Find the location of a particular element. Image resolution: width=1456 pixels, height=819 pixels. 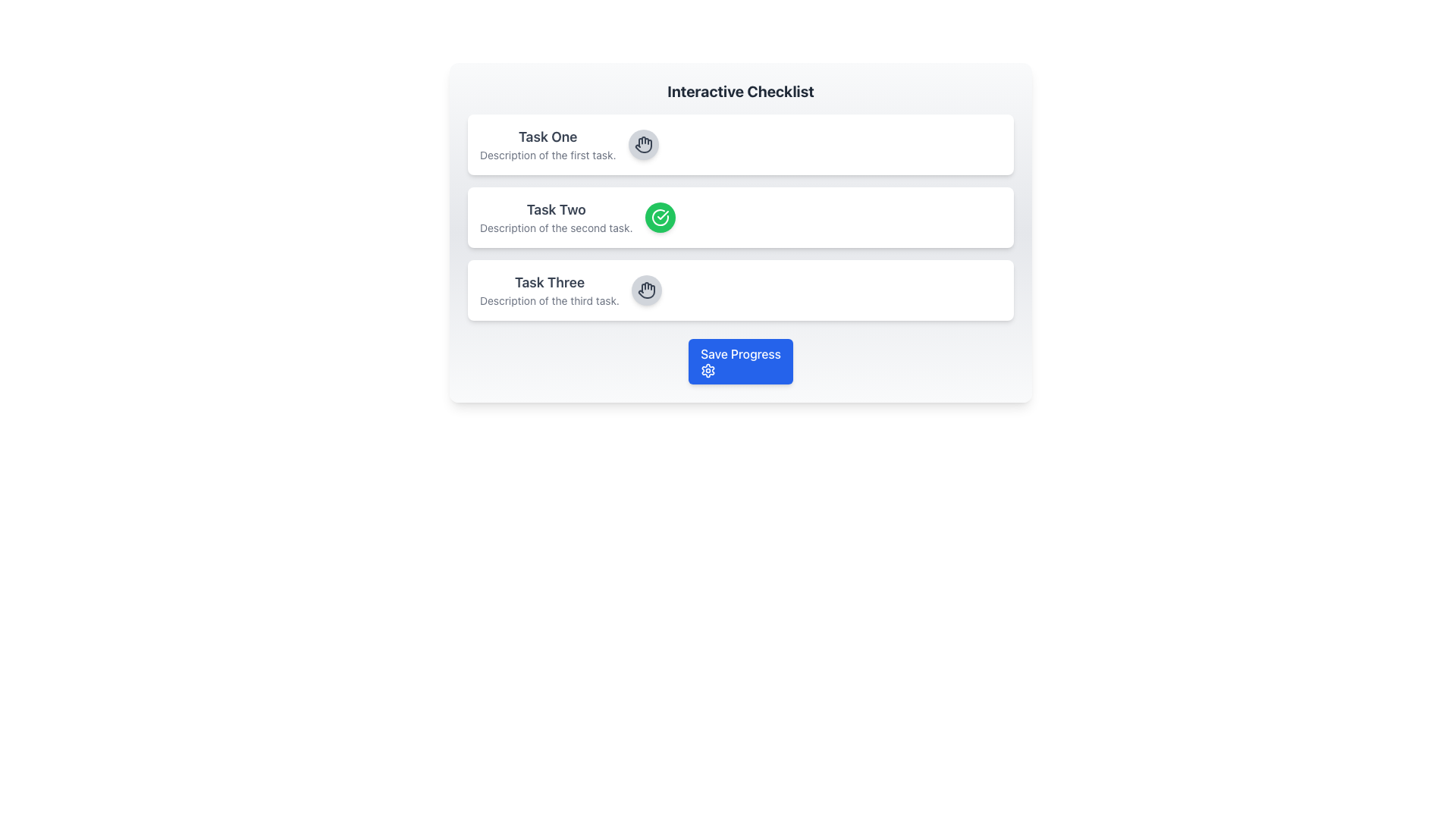

the header text that identifies the second task in the interactive checklist is located at coordinates (555, 210).